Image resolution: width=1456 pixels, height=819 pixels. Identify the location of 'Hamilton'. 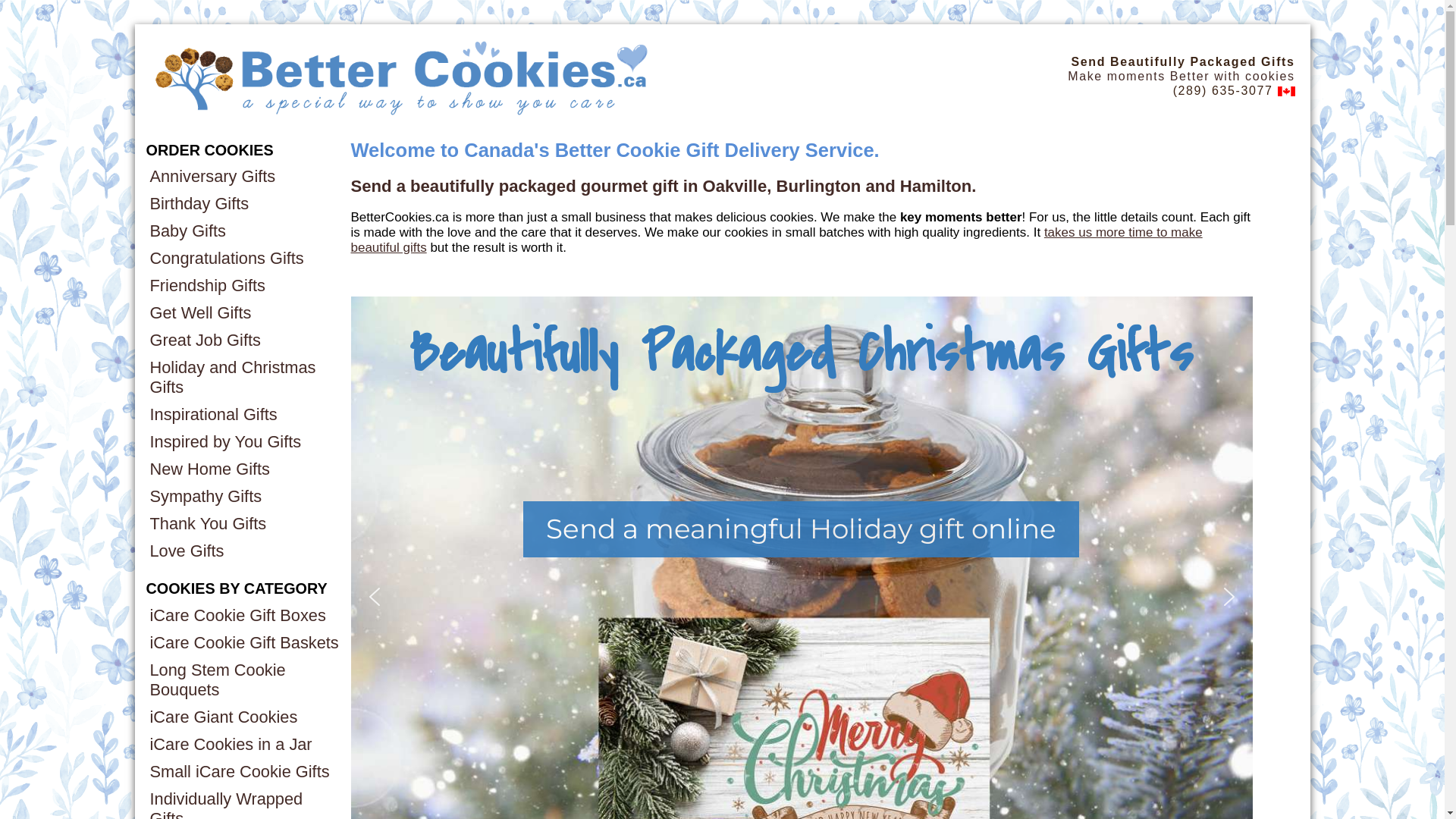
(935, 185).